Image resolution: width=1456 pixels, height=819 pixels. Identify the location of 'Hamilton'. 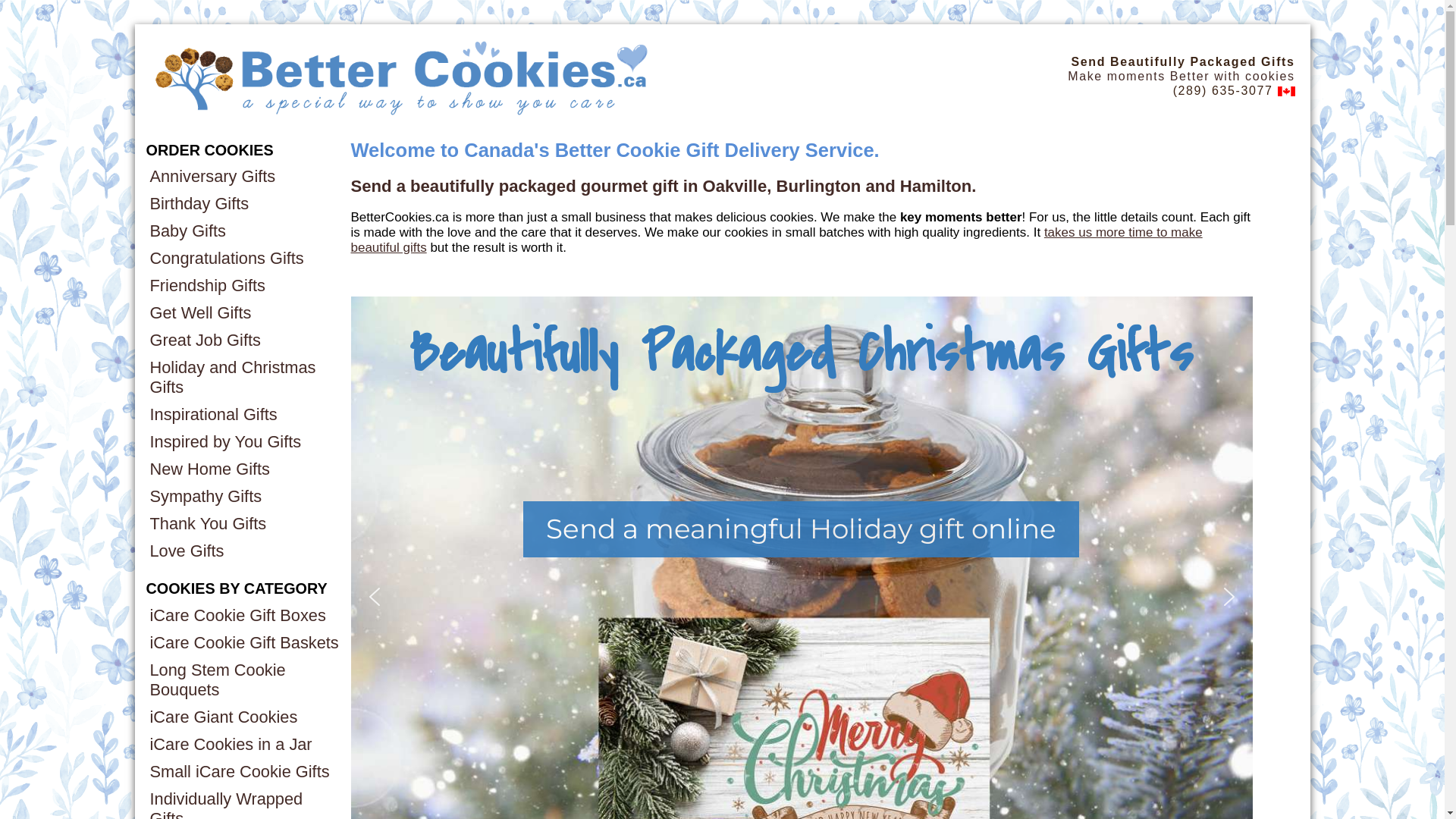
(935, 185).